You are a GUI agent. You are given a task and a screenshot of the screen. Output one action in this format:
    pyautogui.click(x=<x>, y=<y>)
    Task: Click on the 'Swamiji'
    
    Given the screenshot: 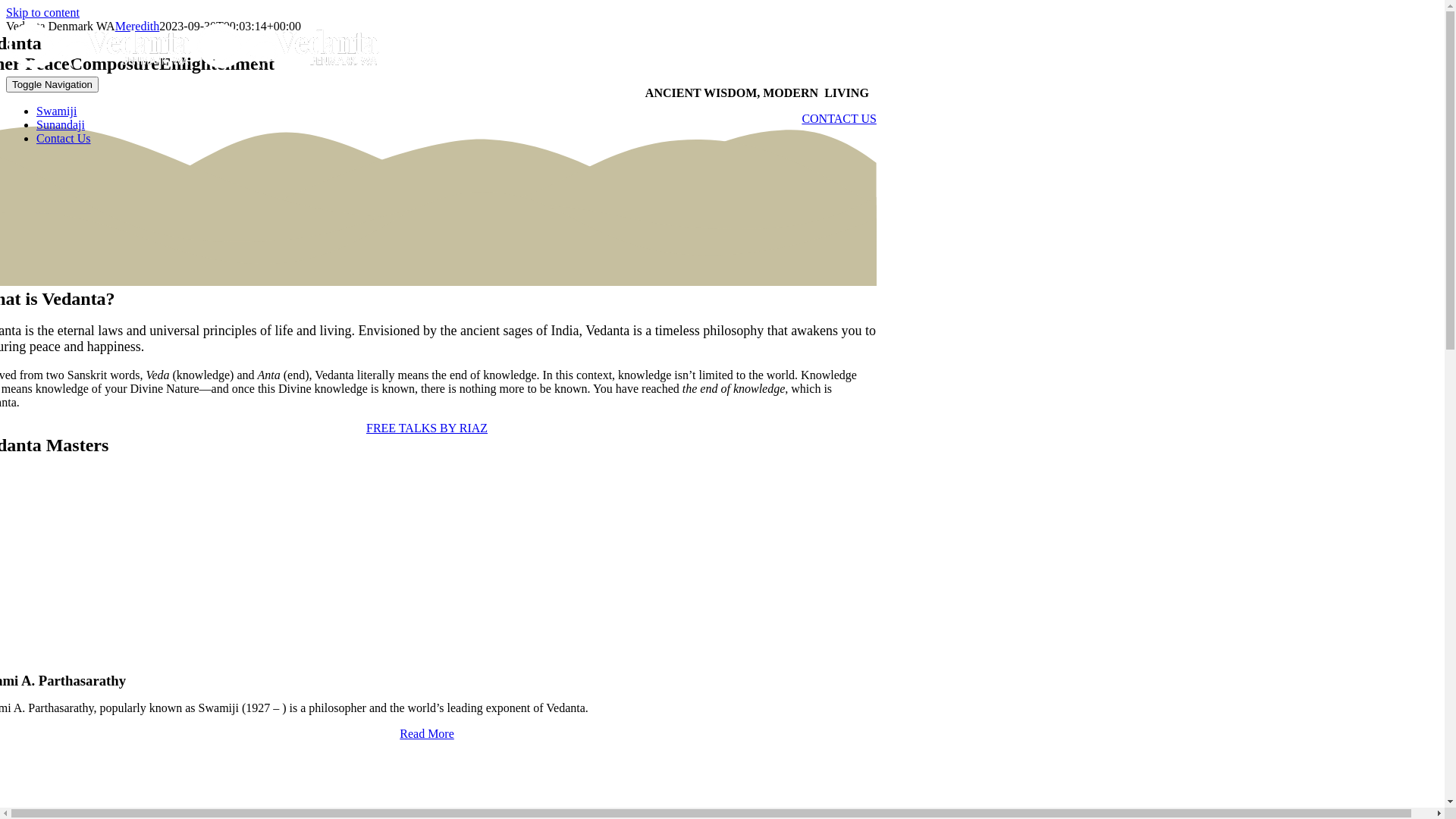 What is the action you would take?
    pyautogui.click(x=56, y=110)
    